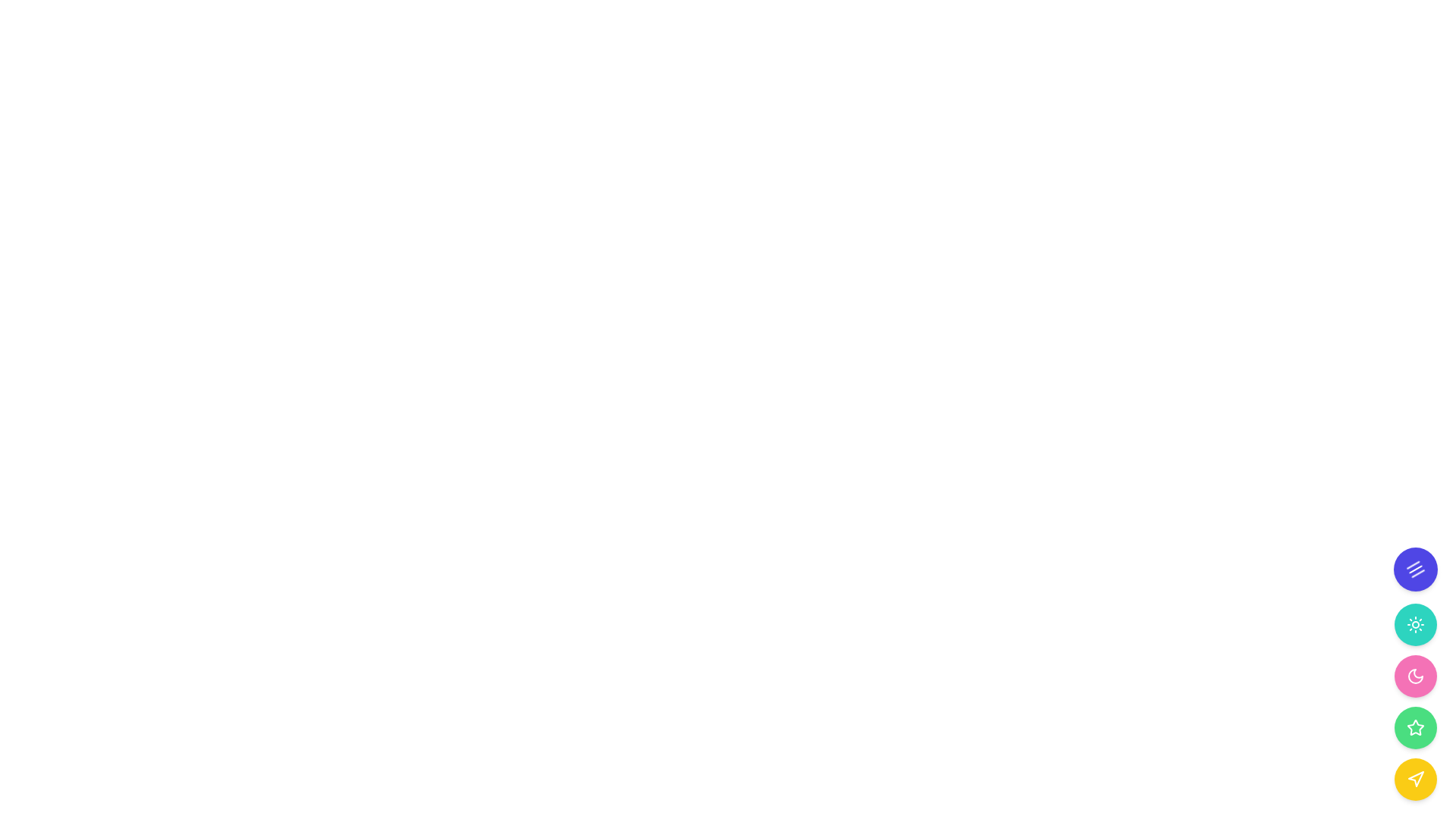 This screenshot has height=819, width=1456. What do you see at coordinates (1415, 779) in the screenshot?
I see `the yellow circular button containing the navigation arrow icon, which is the fifth and bottommost item in the vertical action menu on the right side of the interface` at bounding box center [1415, 779].